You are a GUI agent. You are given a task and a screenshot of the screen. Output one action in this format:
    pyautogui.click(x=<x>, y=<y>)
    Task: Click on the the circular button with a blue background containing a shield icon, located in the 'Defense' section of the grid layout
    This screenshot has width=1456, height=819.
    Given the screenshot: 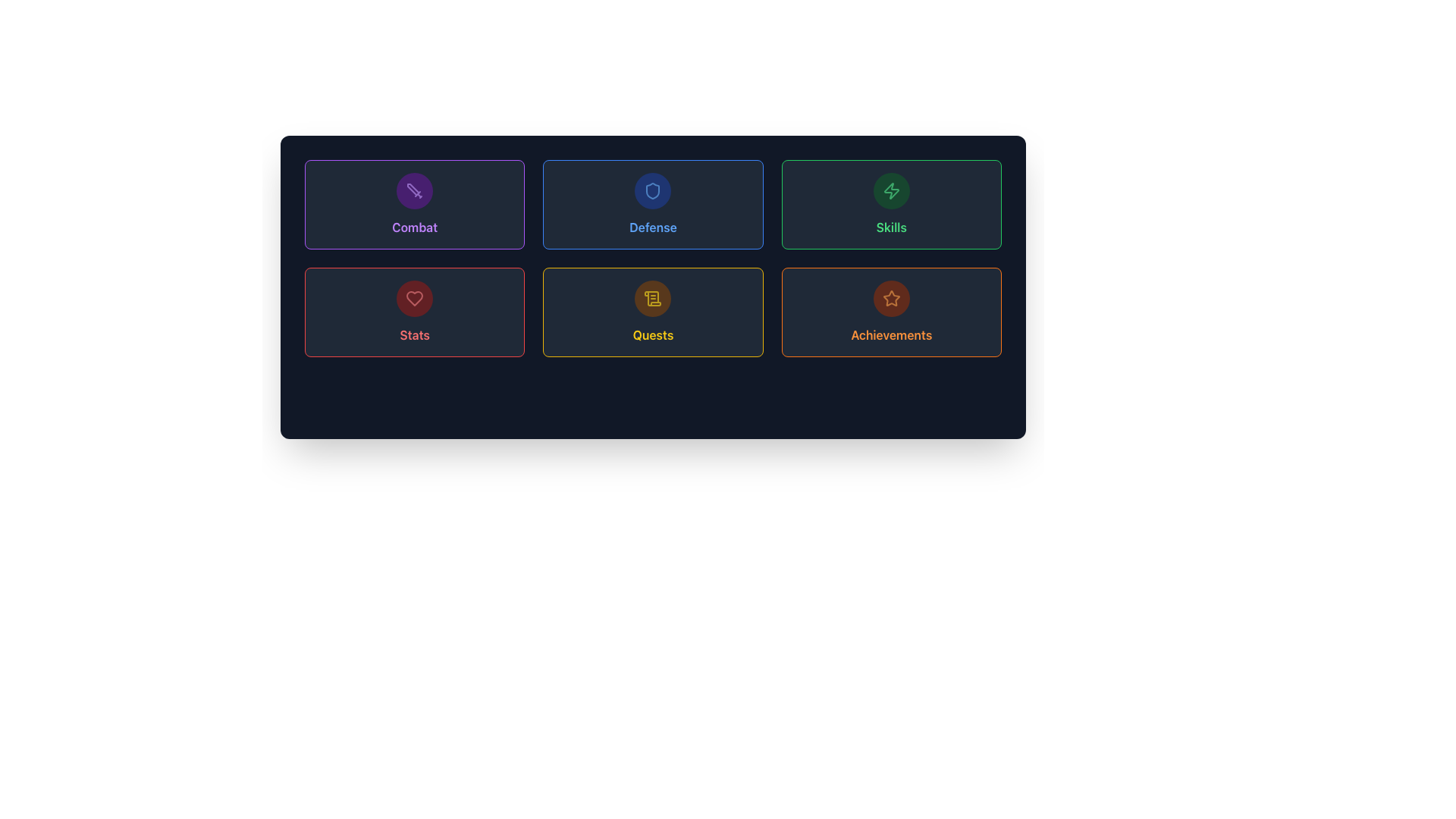 What is the action you would take?
    pyautogui.click(x=653, y=190)
    